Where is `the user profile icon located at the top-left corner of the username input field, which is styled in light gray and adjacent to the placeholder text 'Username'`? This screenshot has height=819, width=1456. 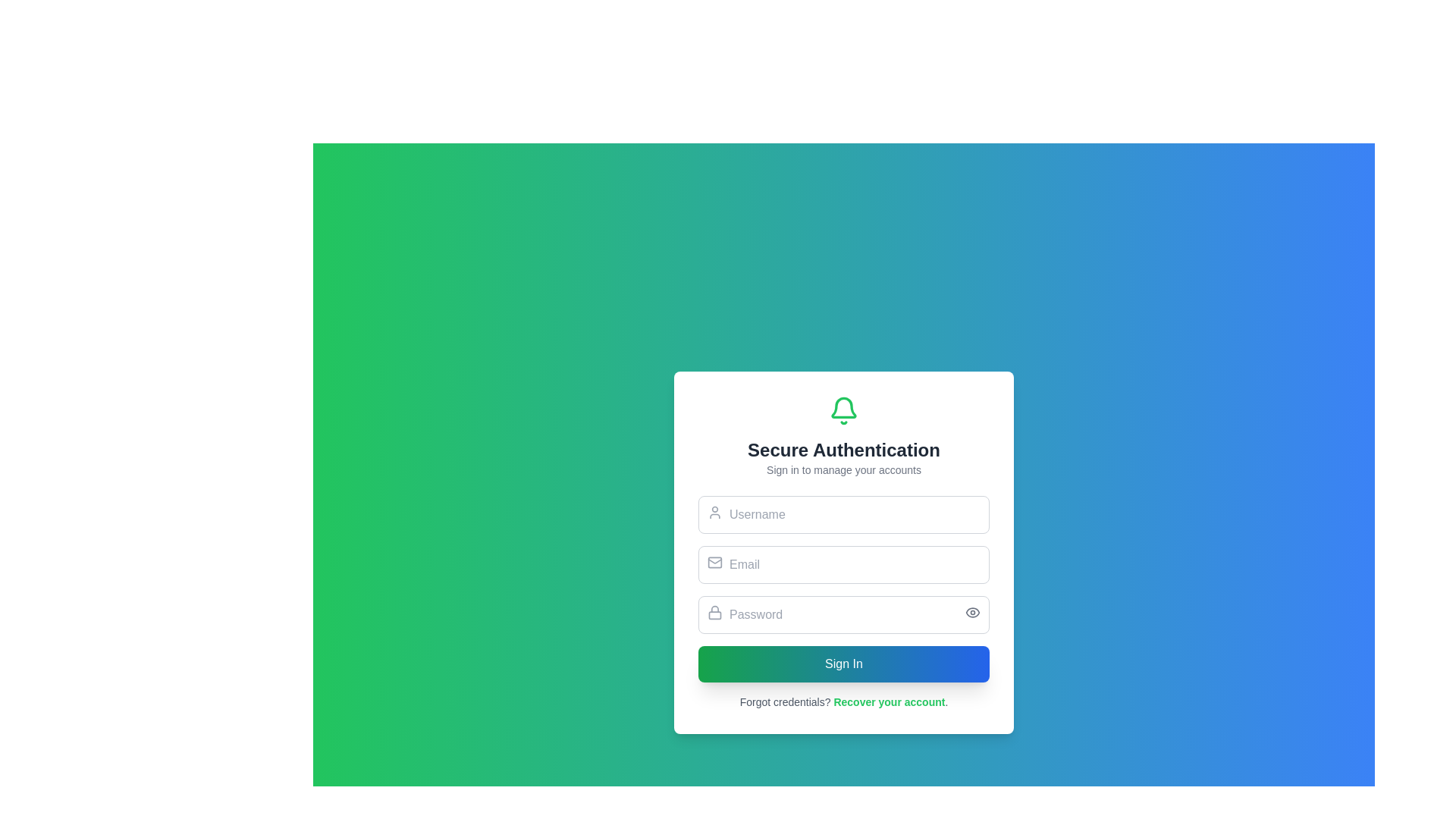 the user profile icon located at the top-left corner of the username input field, which is styled in light gray and adjacent to the placeholder text 'Username' is located at coordinates (714, 512).